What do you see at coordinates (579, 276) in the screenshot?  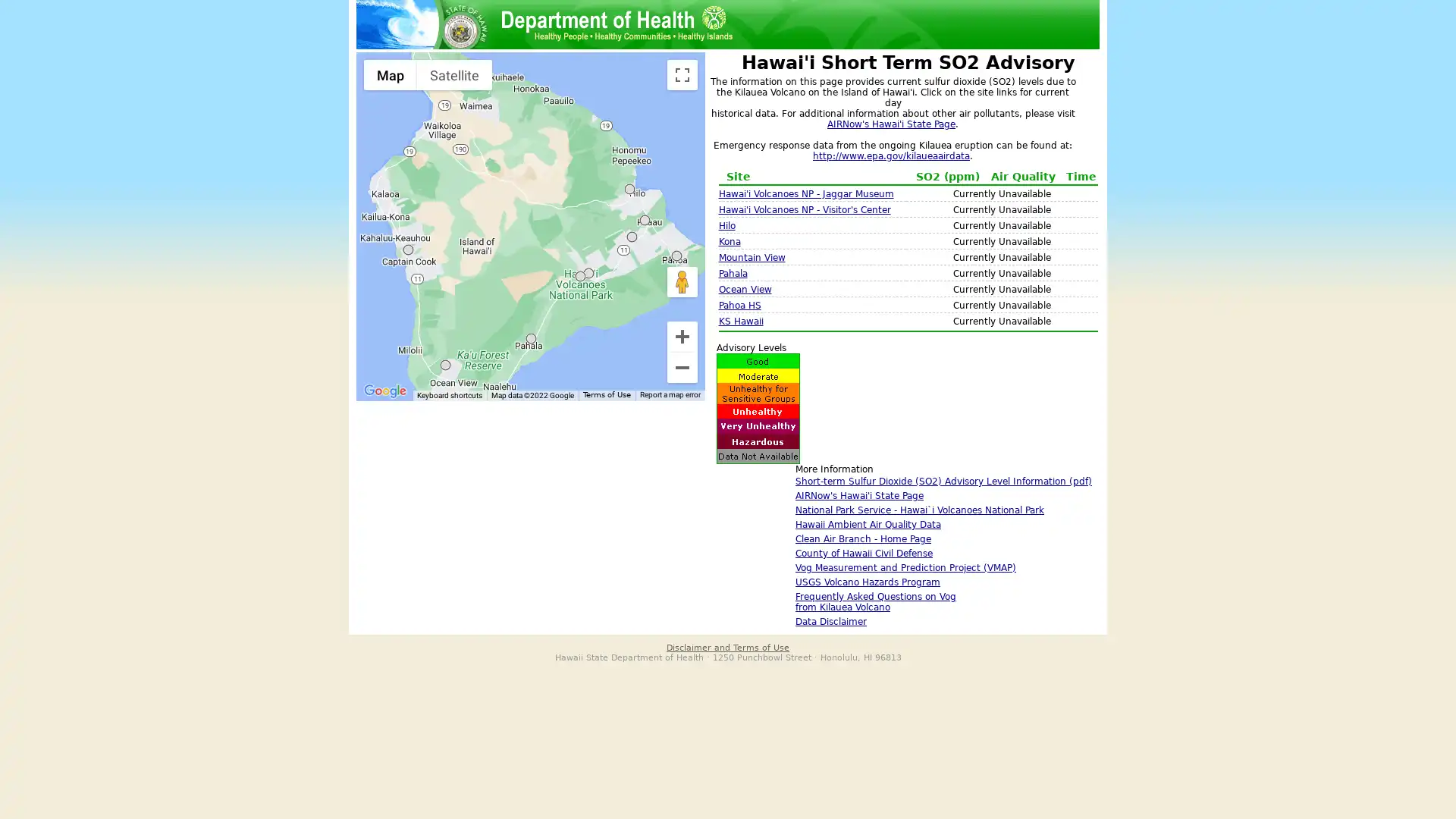 I see `Hawaii Volcanoes NP - Observatory: No Data` at bounding box center [579, 276].